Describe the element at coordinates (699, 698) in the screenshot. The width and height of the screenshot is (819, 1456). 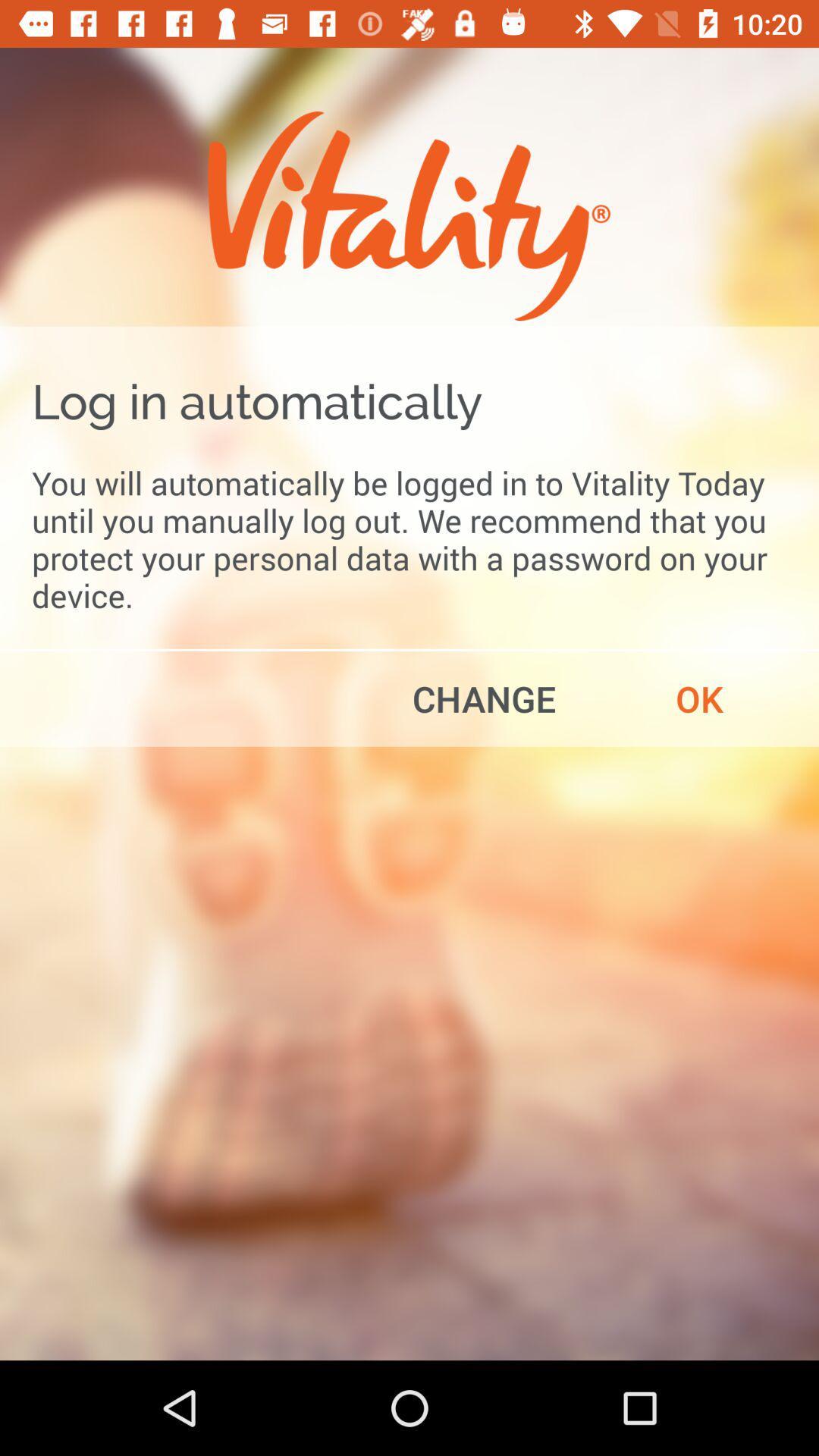
I see `the ok item` at that location.